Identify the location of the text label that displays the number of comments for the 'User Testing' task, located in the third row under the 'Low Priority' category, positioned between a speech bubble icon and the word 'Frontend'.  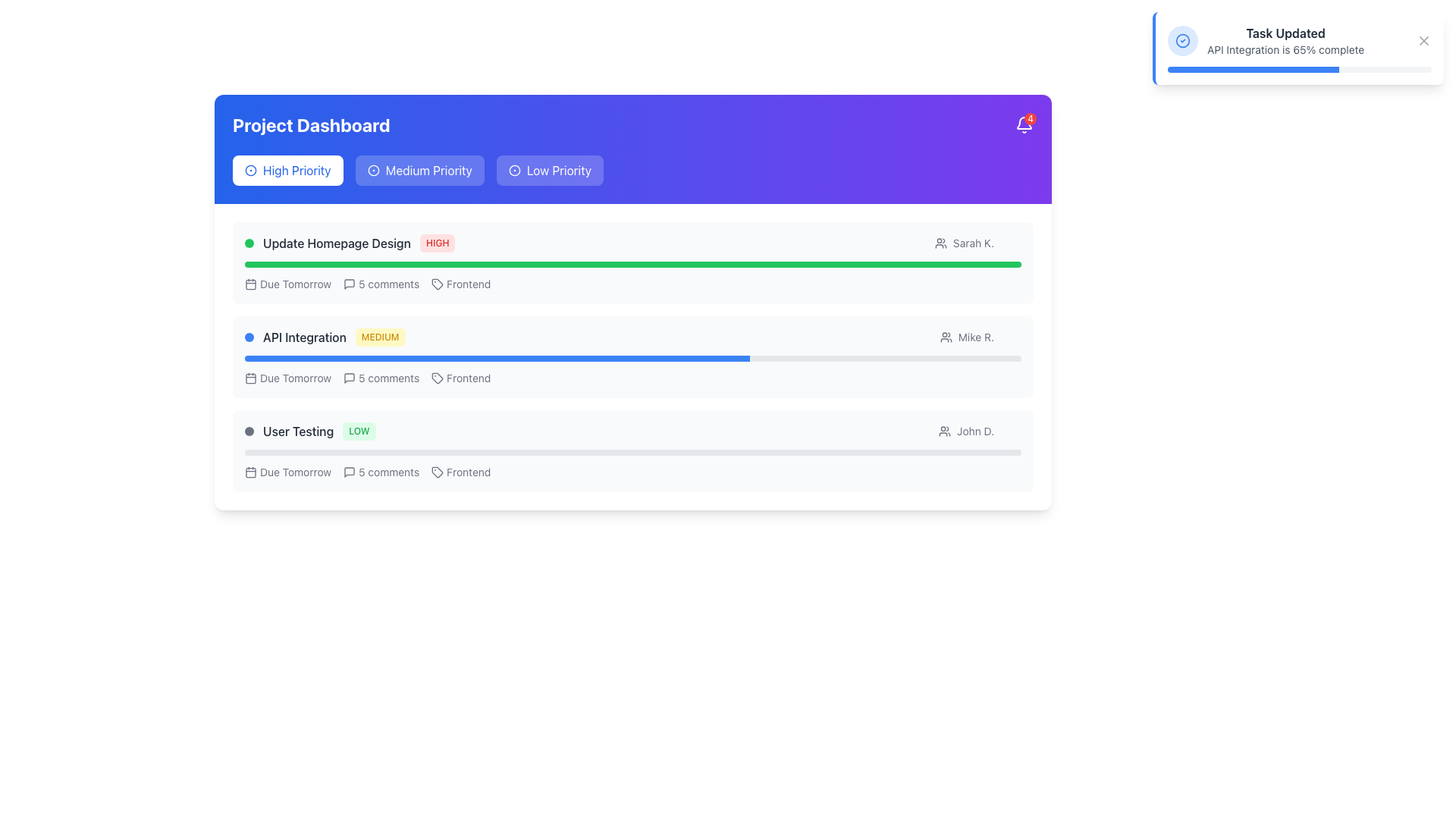
(389, 472).